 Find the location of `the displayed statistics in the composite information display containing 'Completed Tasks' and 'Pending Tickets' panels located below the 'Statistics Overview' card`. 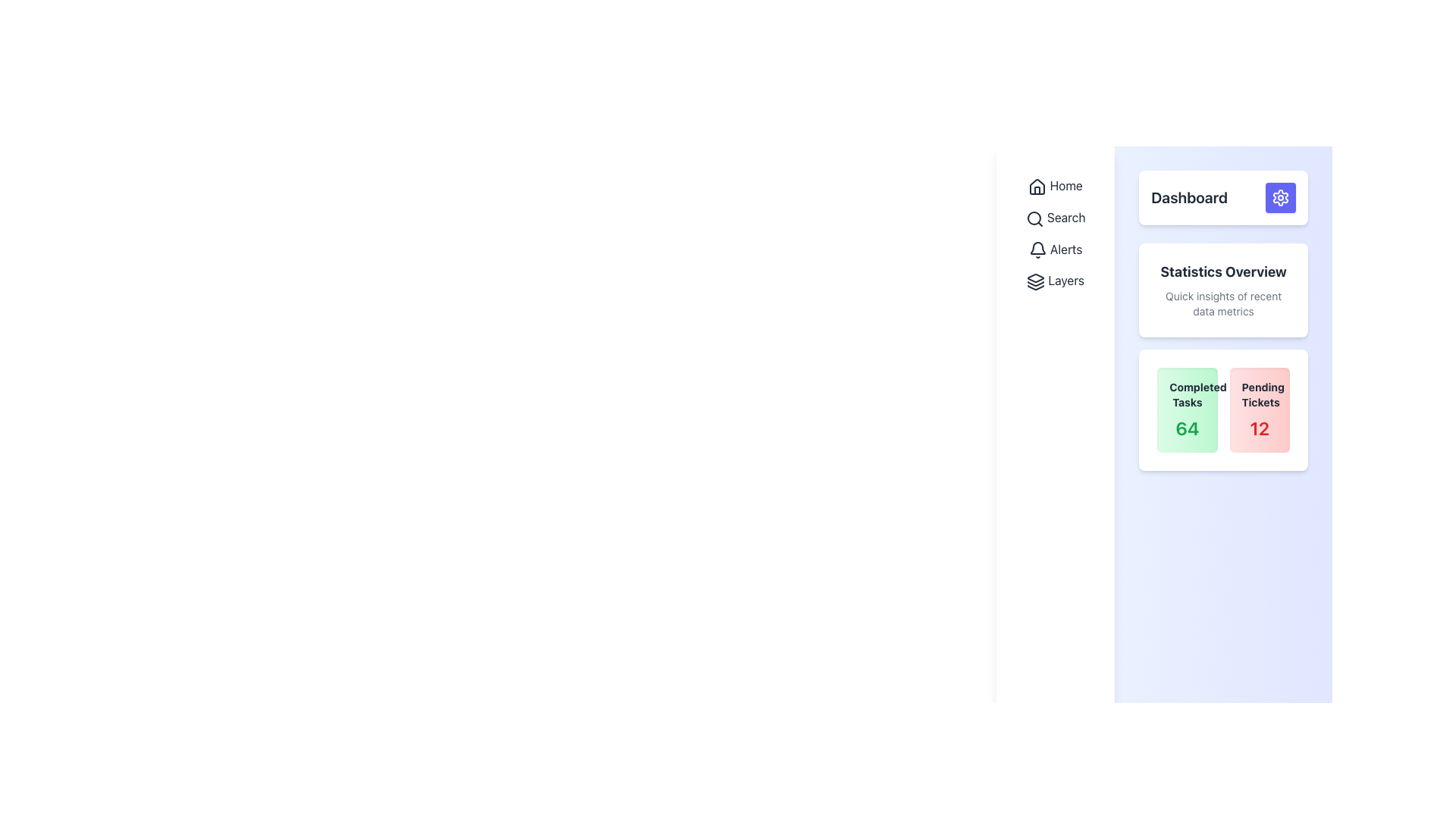

the displayed statistics in the composite information display containing 'Completed Tasks' and 'Pending Tickets' panels located below the 'Statistics Overview' card is located at coordinates (1223, 409).